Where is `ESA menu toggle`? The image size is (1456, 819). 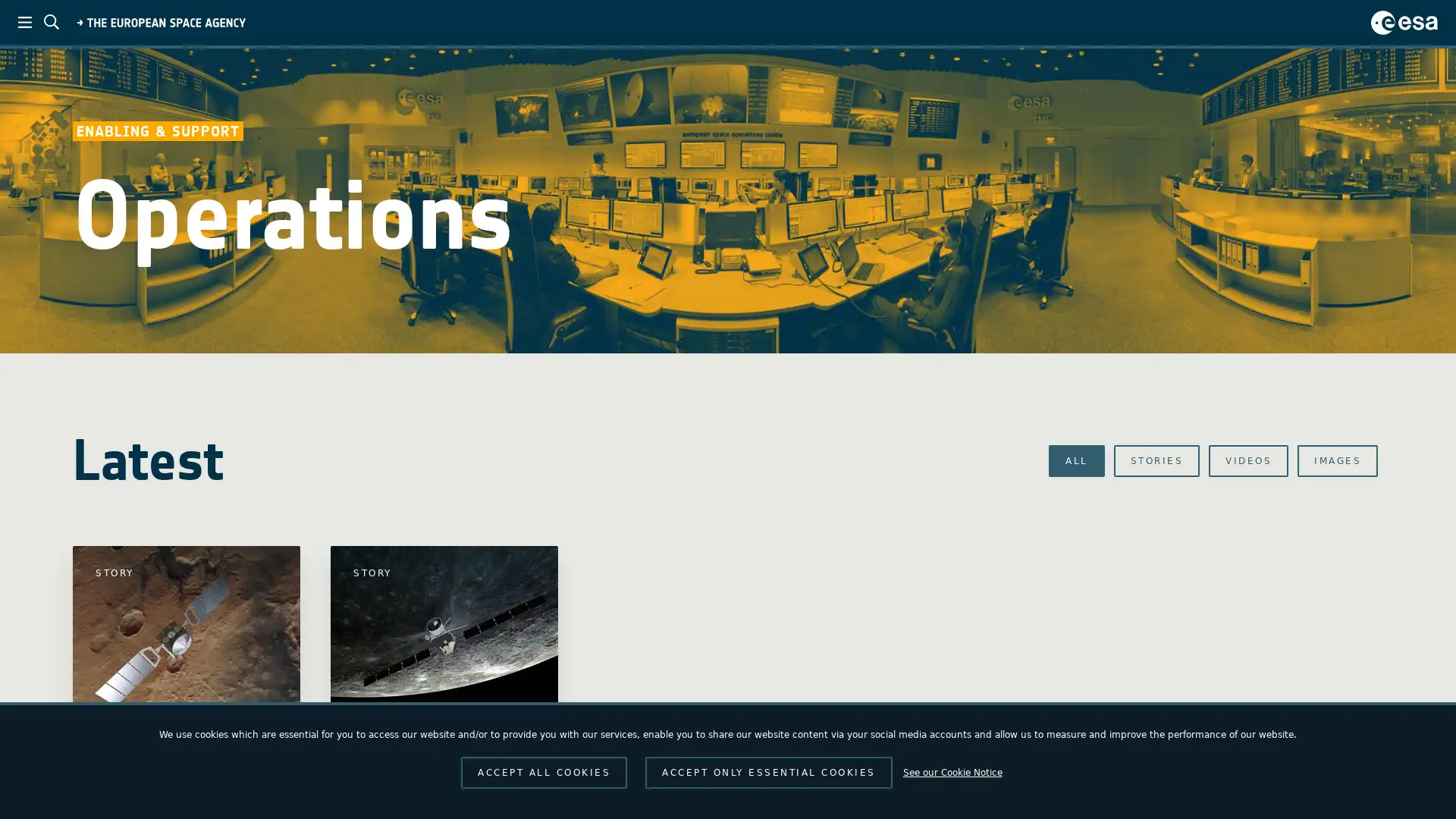 ESA menu toggle is located at coordinates (25, 23).